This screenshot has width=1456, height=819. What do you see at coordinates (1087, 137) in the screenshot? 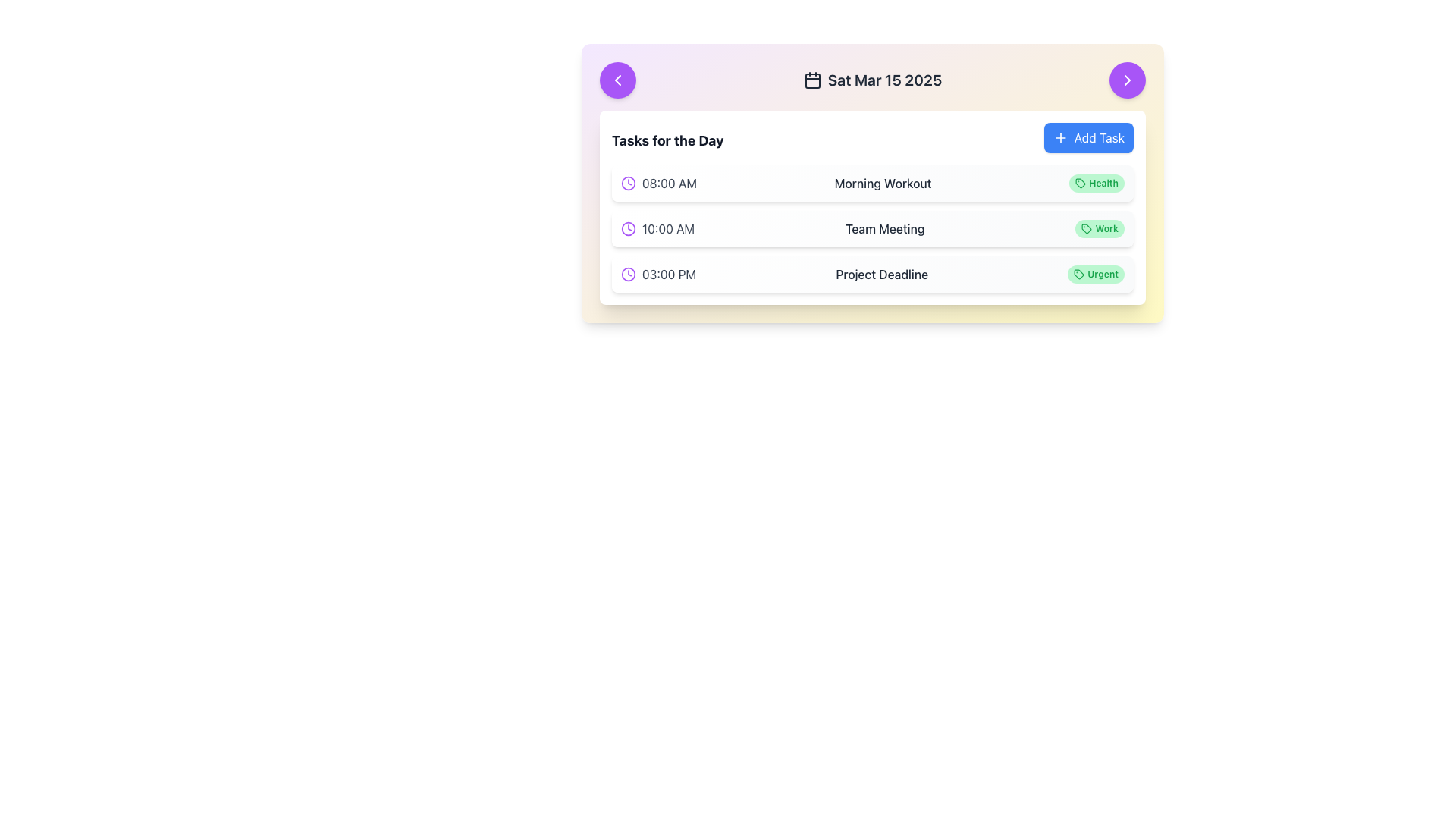
I see `the button located at the top-right corner of the 'Tasks for the Day' section to observe visual feedback` at bounding box center [1087, 137].